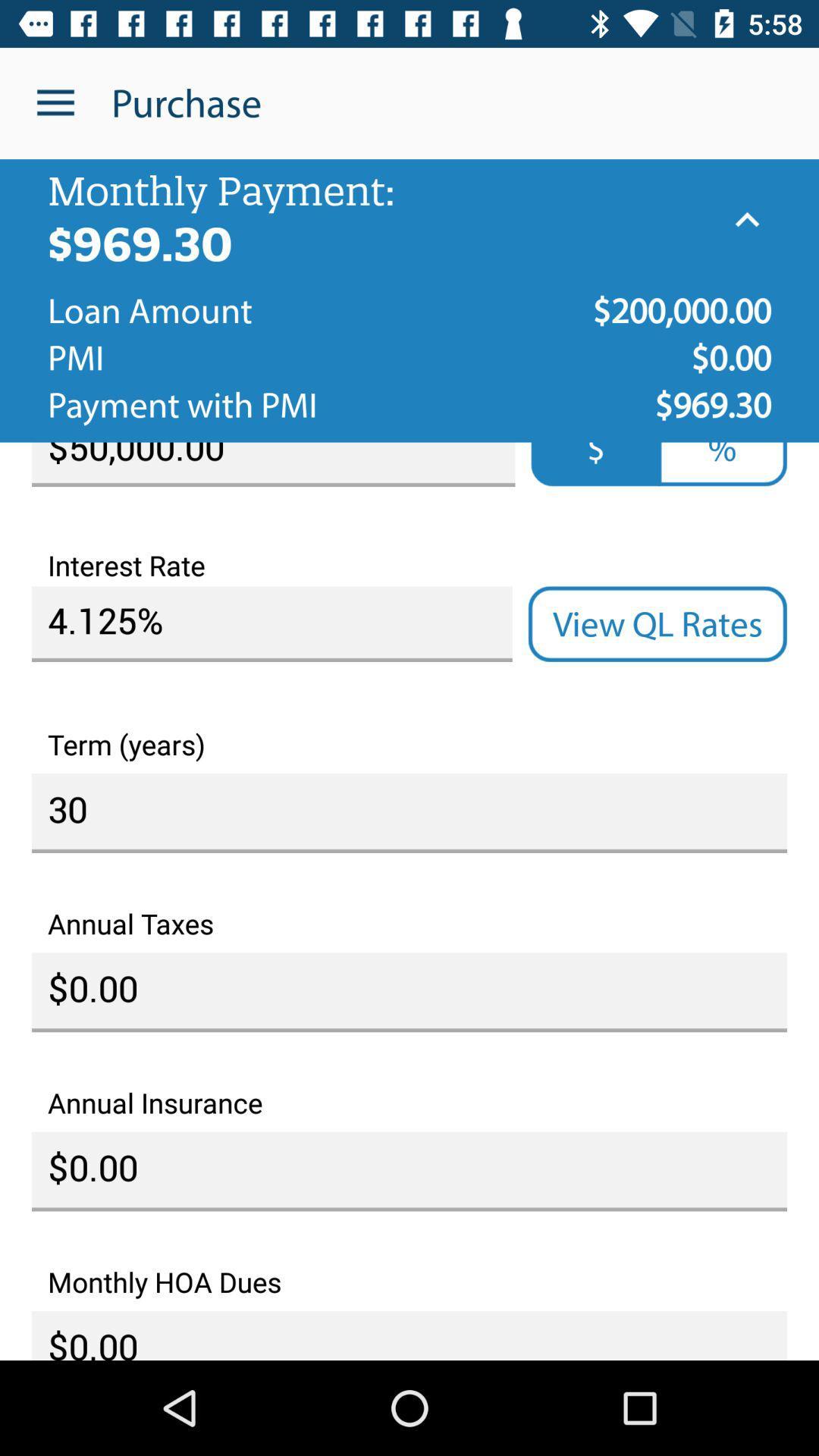  Describe the element at coordinates (746, 219) in the screenshot. I see `the expand_less icon` at that location.